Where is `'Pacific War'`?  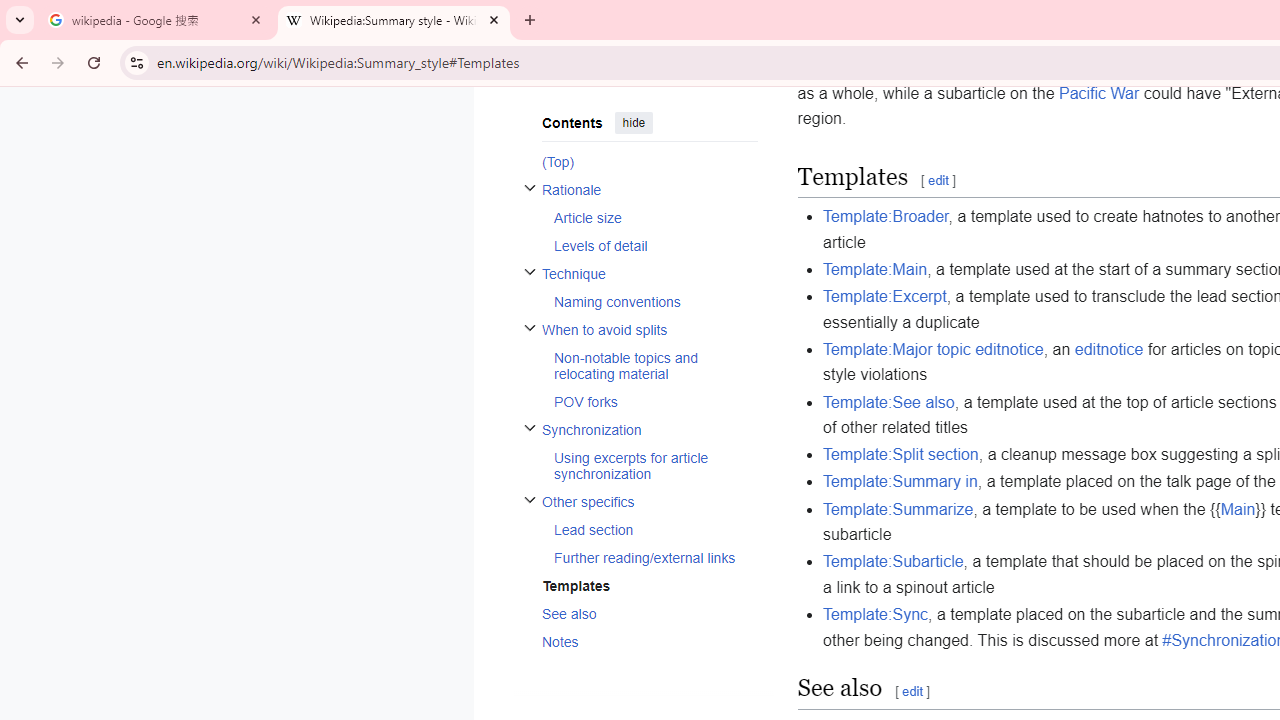 'Pacific War' is located at coordinates (1098, 93).